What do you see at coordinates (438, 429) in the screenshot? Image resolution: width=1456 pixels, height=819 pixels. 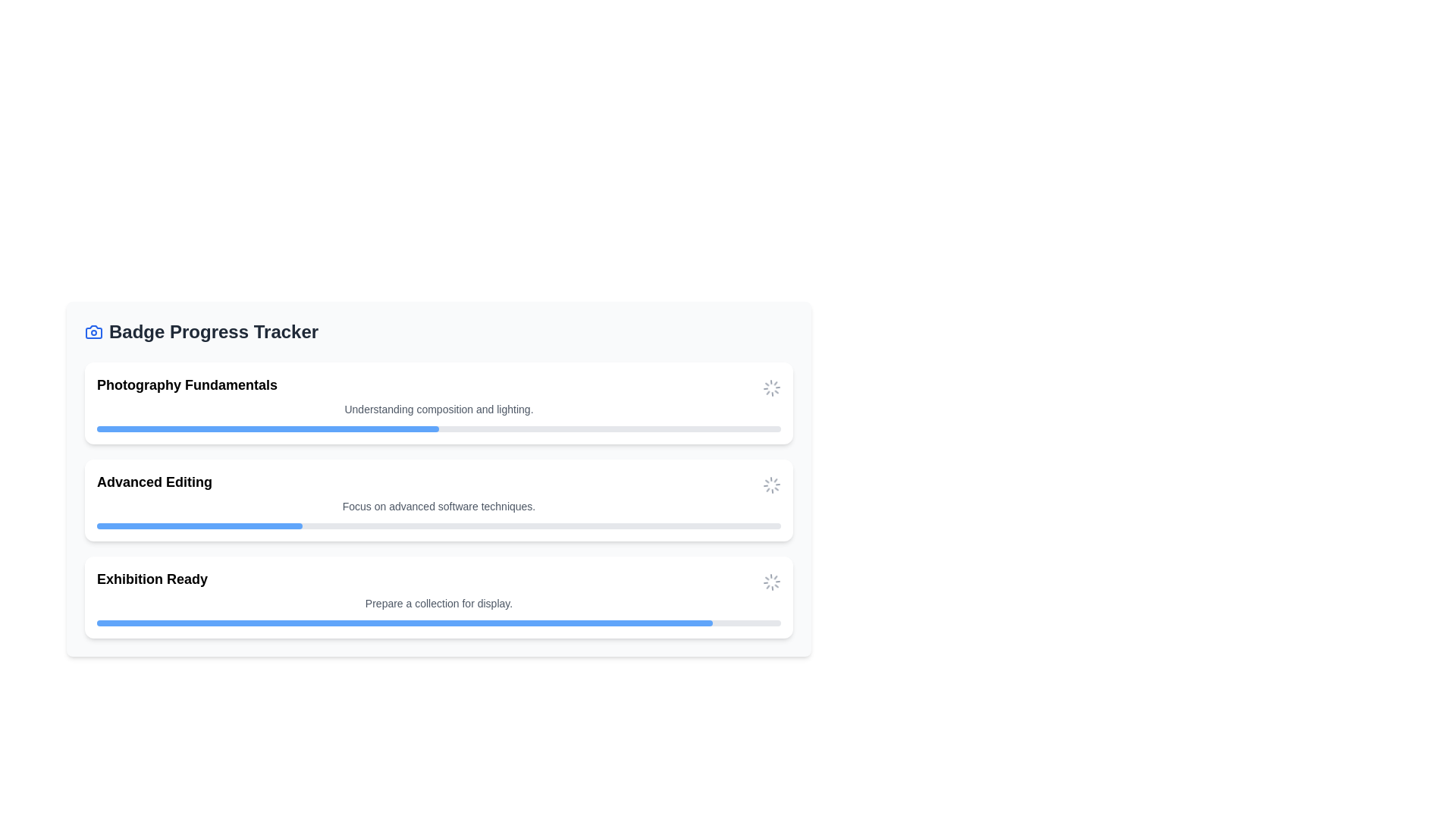 I see `the progress completion state of the Progress Bar located inside the 'Photography Fundamentals' box, directly below the description text 'Understanding composition and lighting.'` at bounding box center [438, 429].